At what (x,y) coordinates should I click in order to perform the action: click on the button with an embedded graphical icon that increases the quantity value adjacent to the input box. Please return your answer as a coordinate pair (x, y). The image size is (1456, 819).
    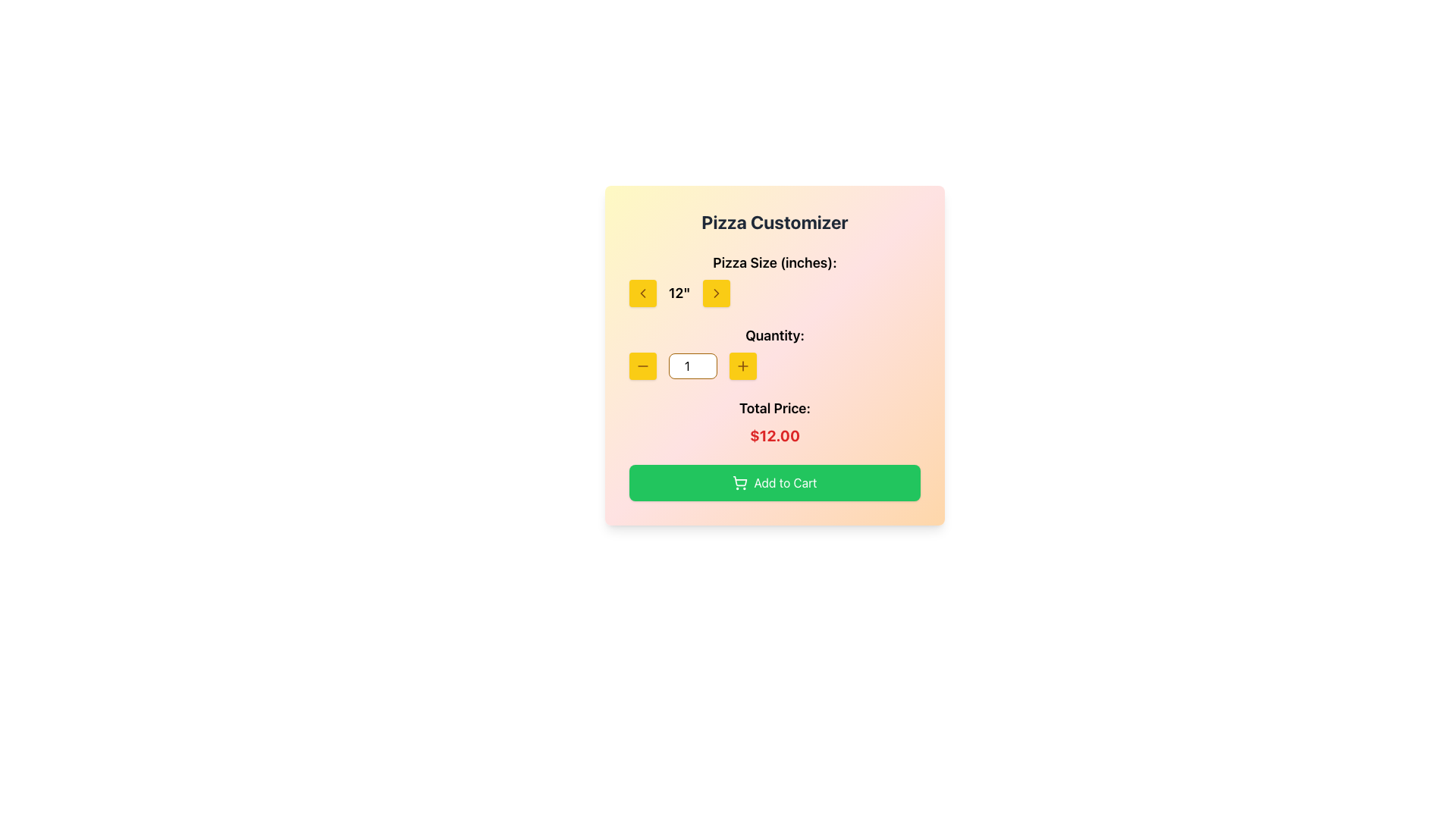
    Looking at the image, I should click on (742, 366).